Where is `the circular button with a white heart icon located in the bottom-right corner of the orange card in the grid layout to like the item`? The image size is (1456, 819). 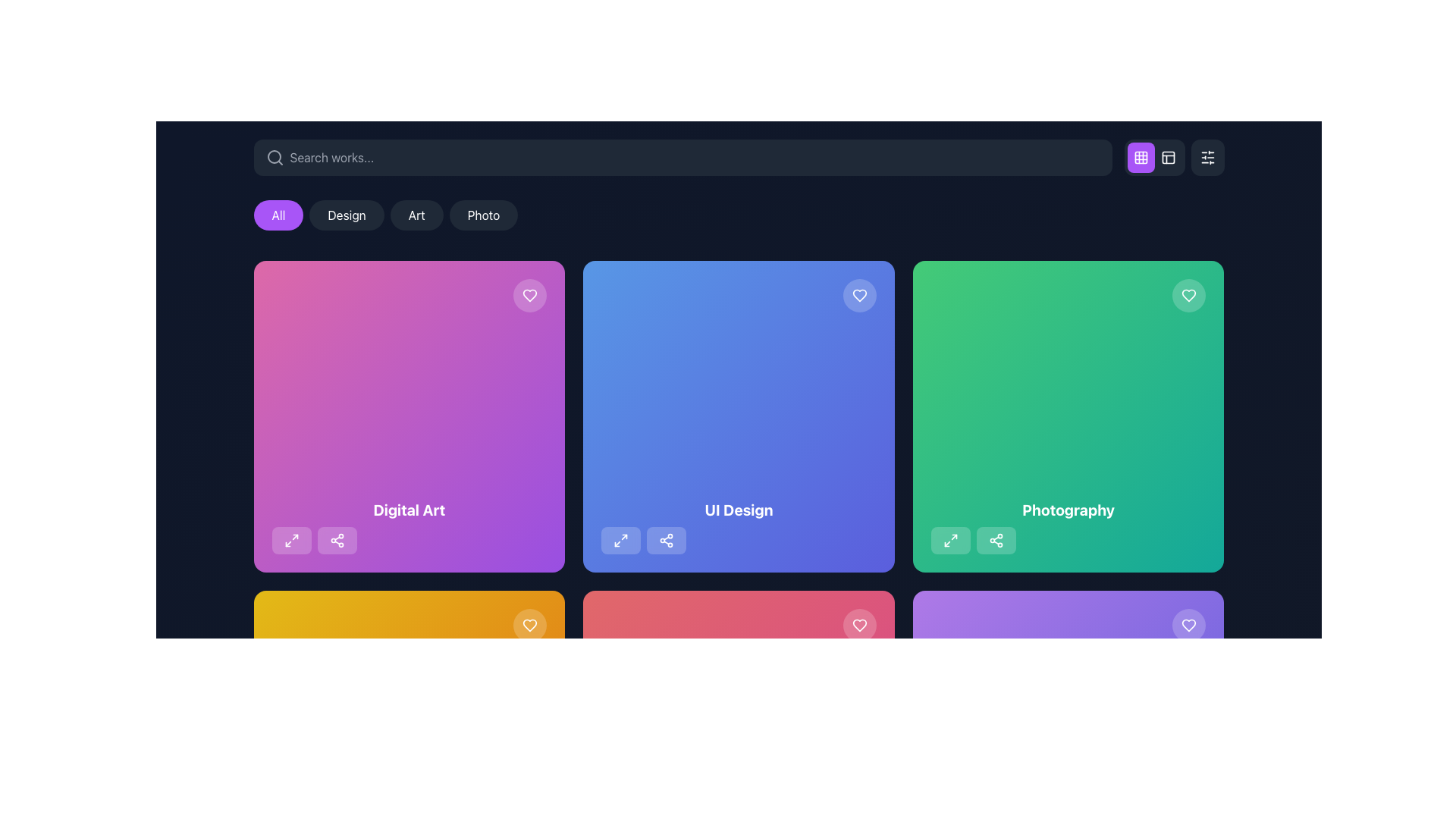
the circular button with a white heart icon located in the bottom-right corner of the orange card in the grid layout to like the item is located at coordinates (530, 625).